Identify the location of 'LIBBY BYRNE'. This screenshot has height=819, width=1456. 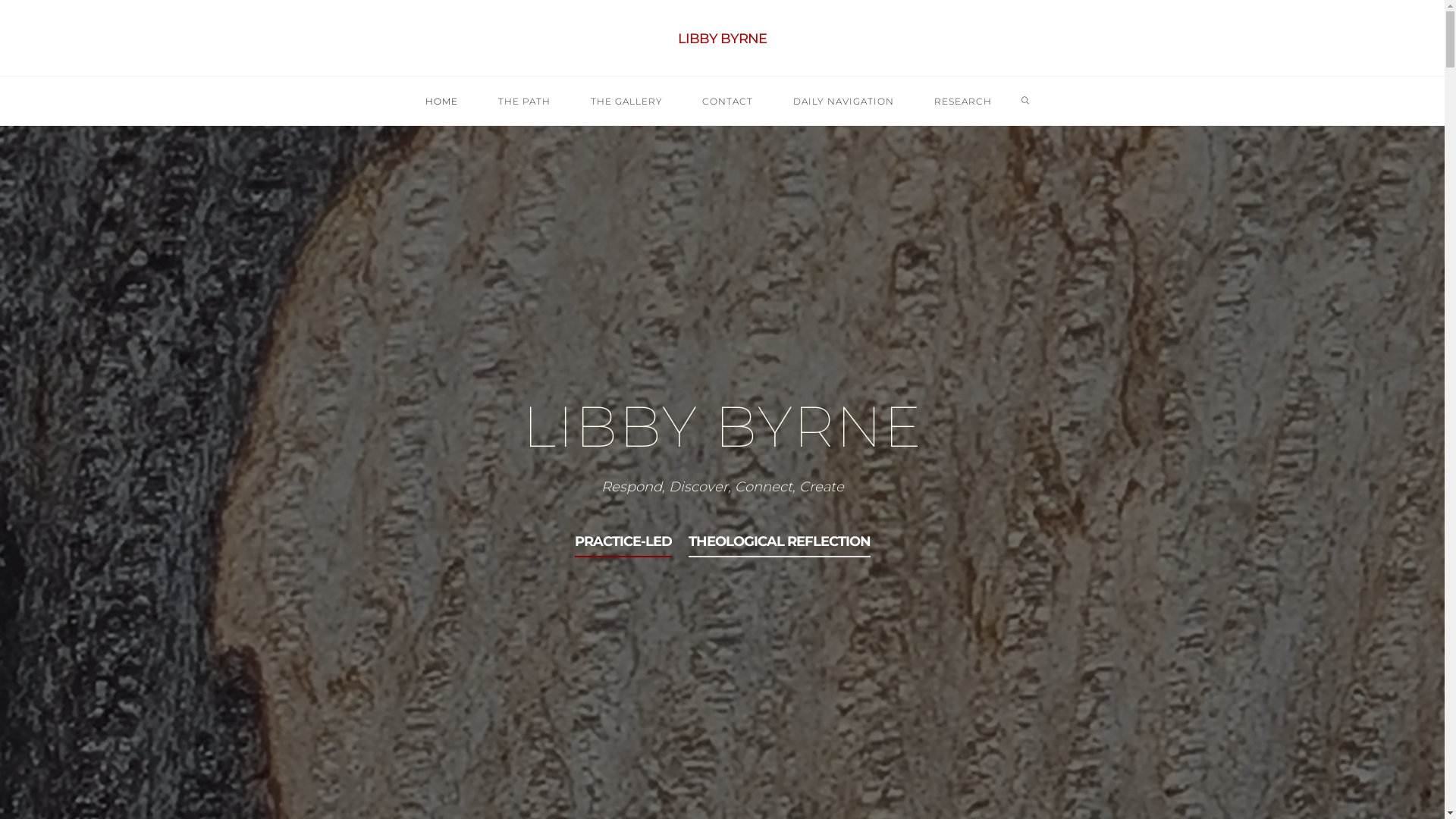
(721, 37).